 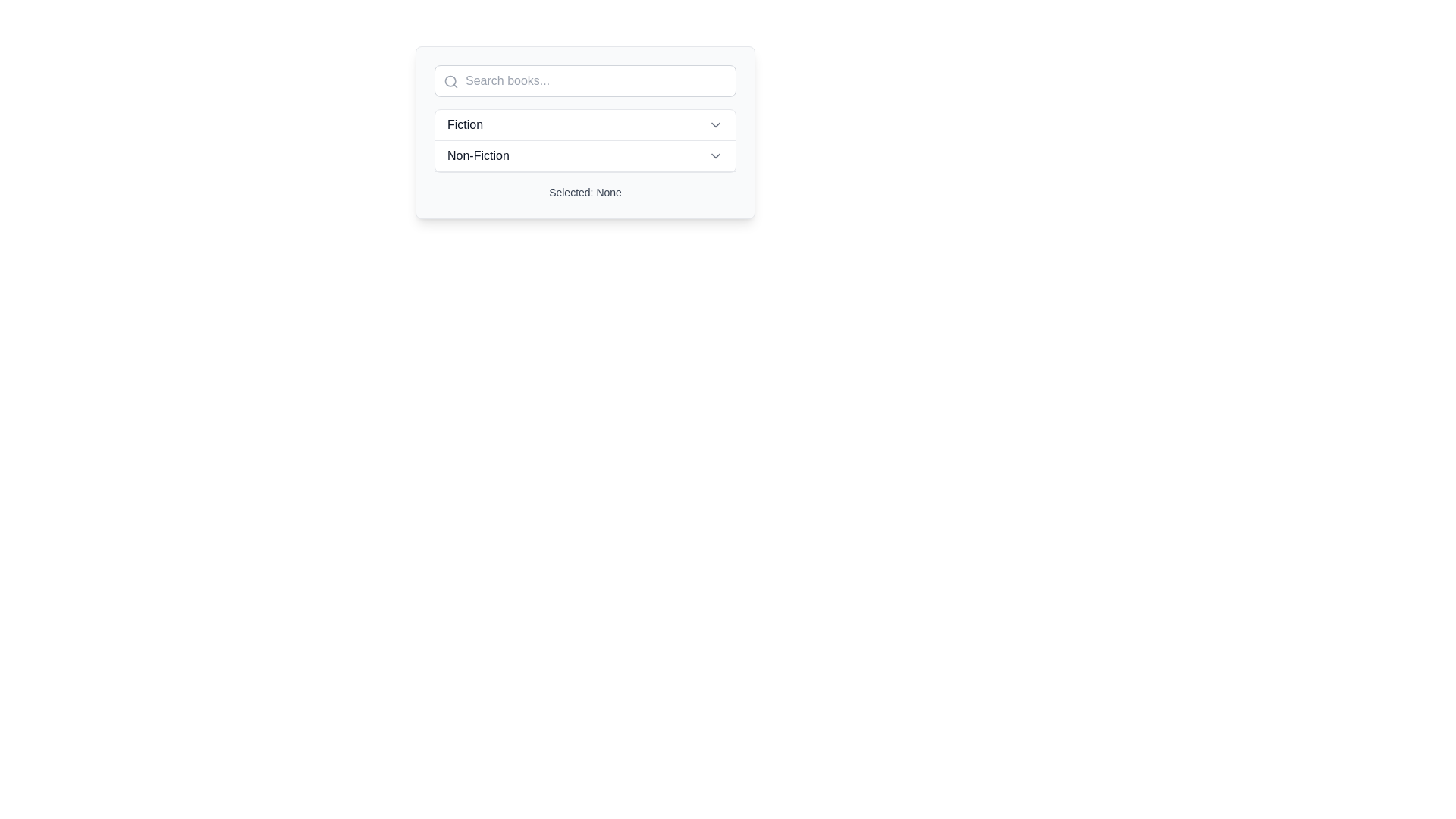 What do you see at coordinates (450, 81) in the screenshot?
I see `the decorative SVG circle element that forms the lens of the magnifying glass icon located at the top-left corner of the search bar` at bounding box center [450, 81].